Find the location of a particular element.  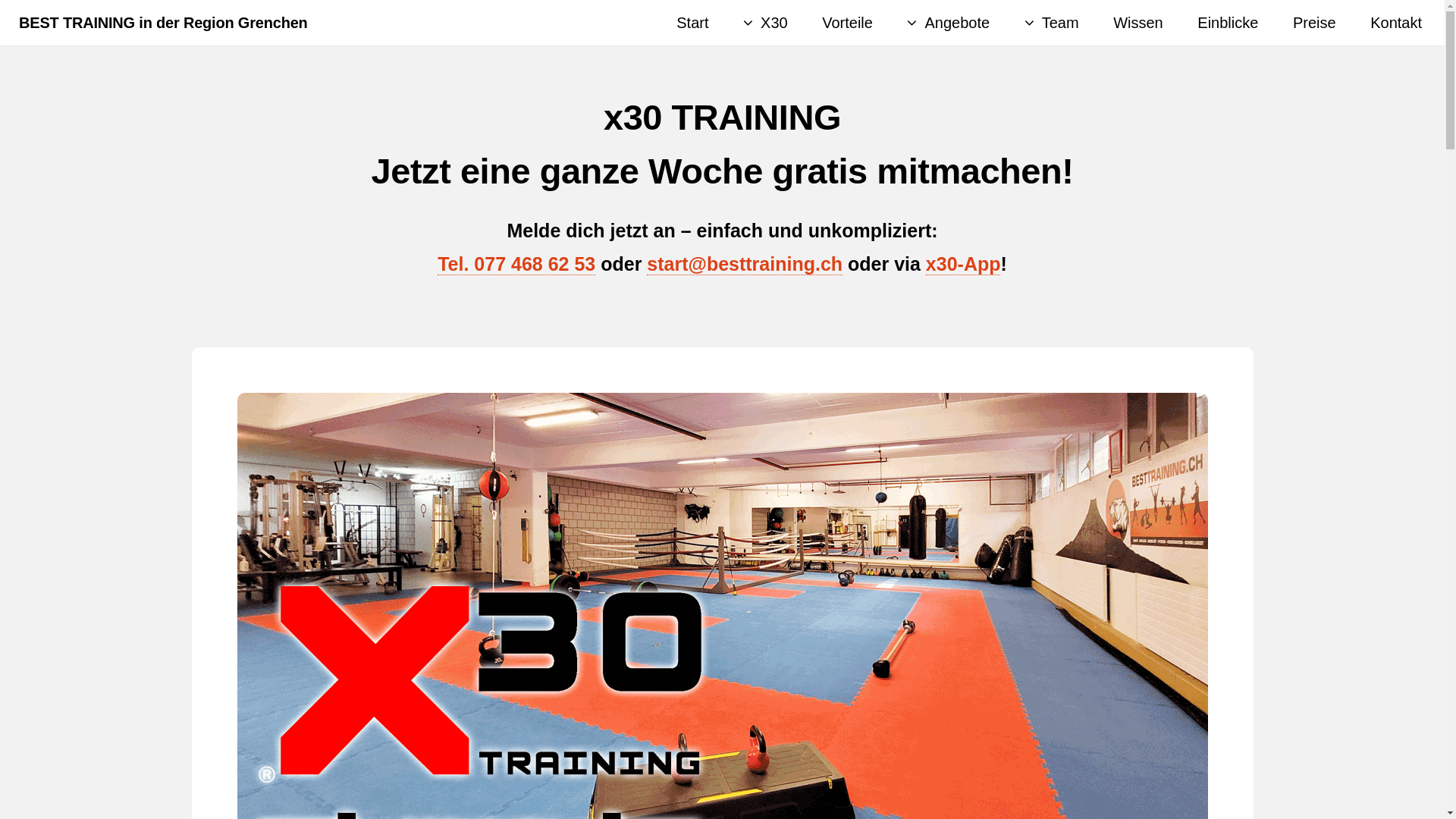

'Wissen' is located at coordinates (1138, 23).